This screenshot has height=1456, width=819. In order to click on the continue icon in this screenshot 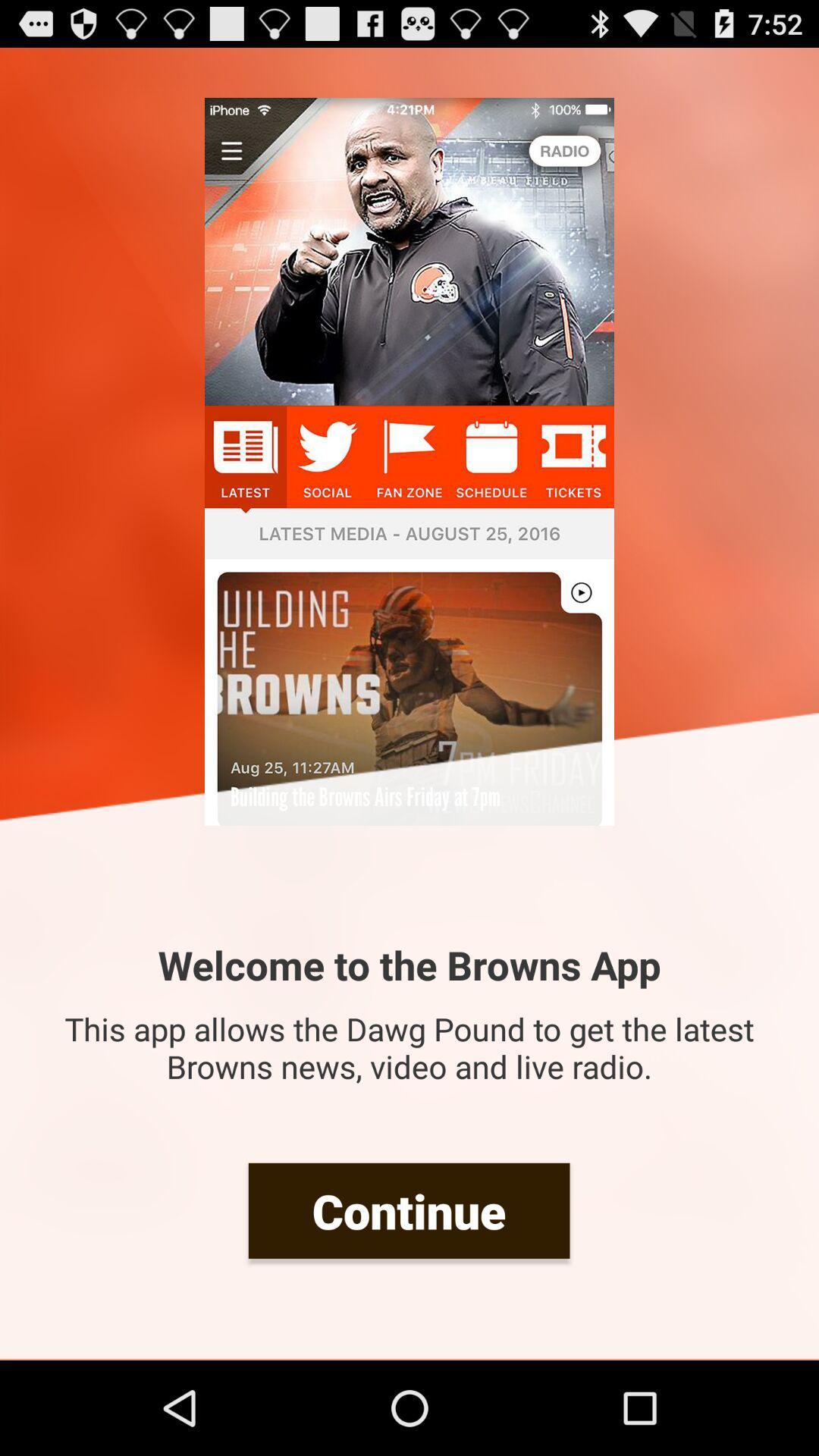, I will do `click(408, 1210)`.